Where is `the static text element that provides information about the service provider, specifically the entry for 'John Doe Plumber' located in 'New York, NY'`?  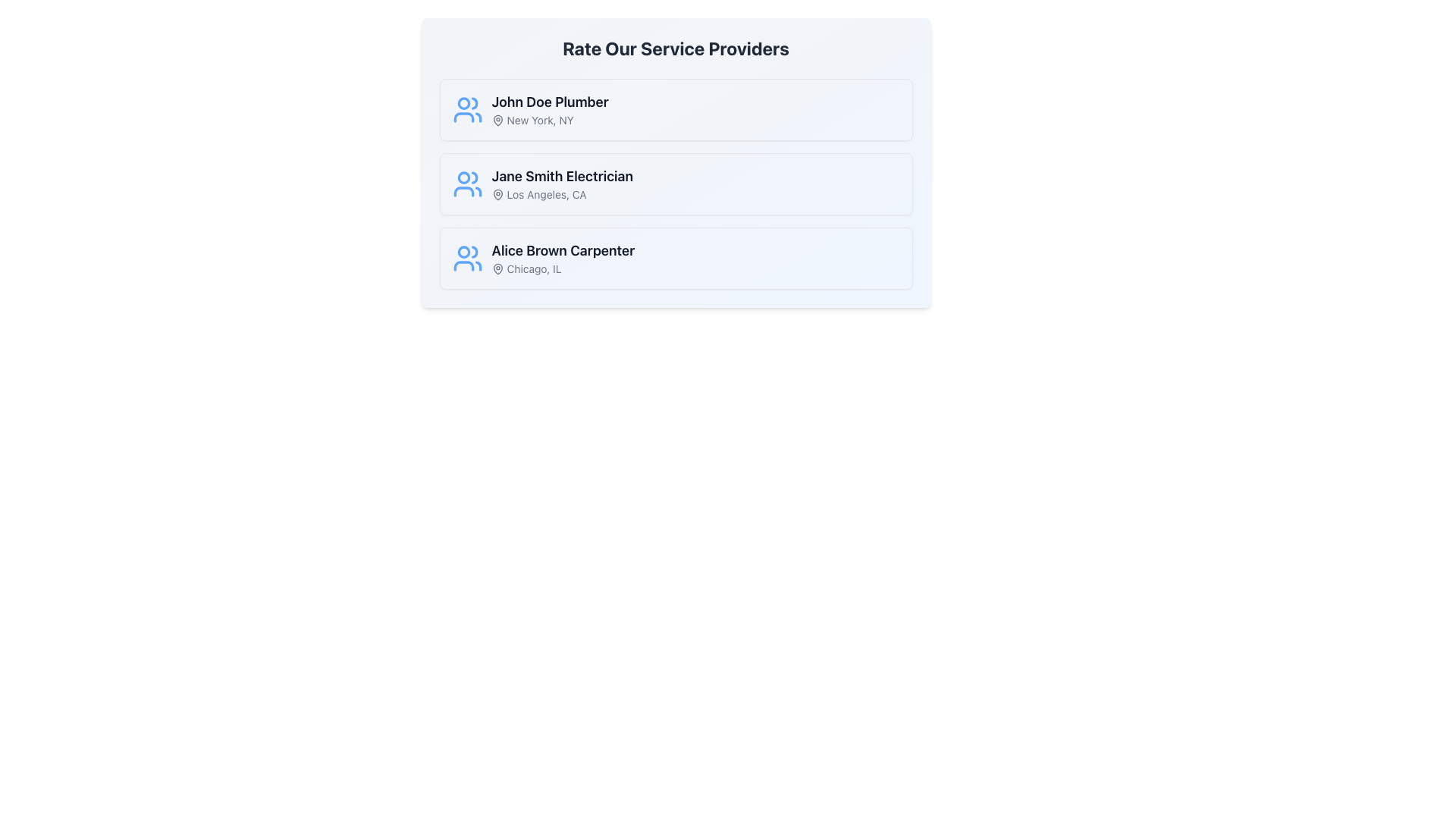 the static text element that provides information about the service provider, specifically the entry for 'John Doe Plumber' located in 'New York, NY' is located at coordinates (530, 109).